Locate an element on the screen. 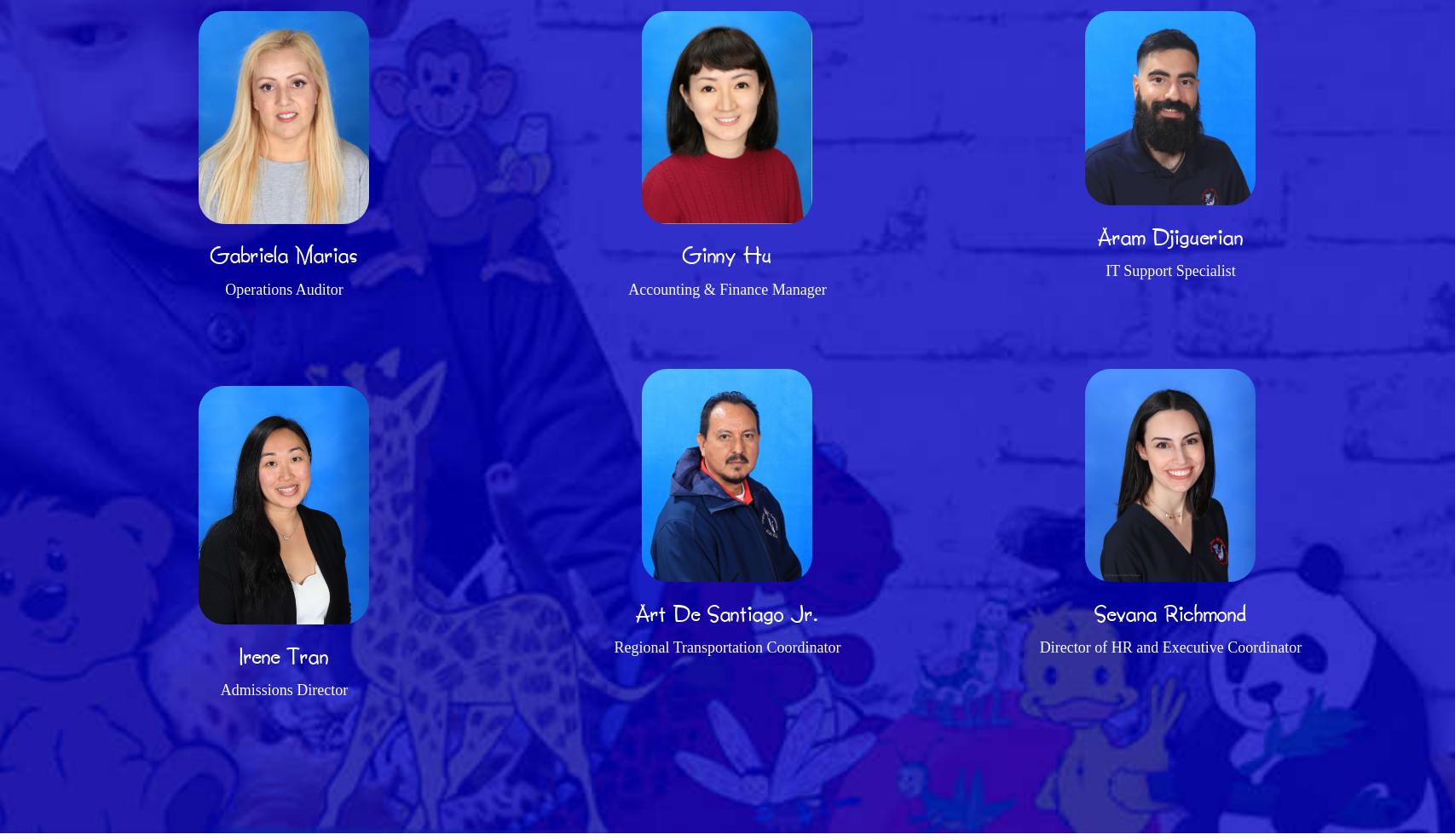 The image size is (1455, 840). 'Art De Santiago Jr.' is located at coordinates (726, 611).